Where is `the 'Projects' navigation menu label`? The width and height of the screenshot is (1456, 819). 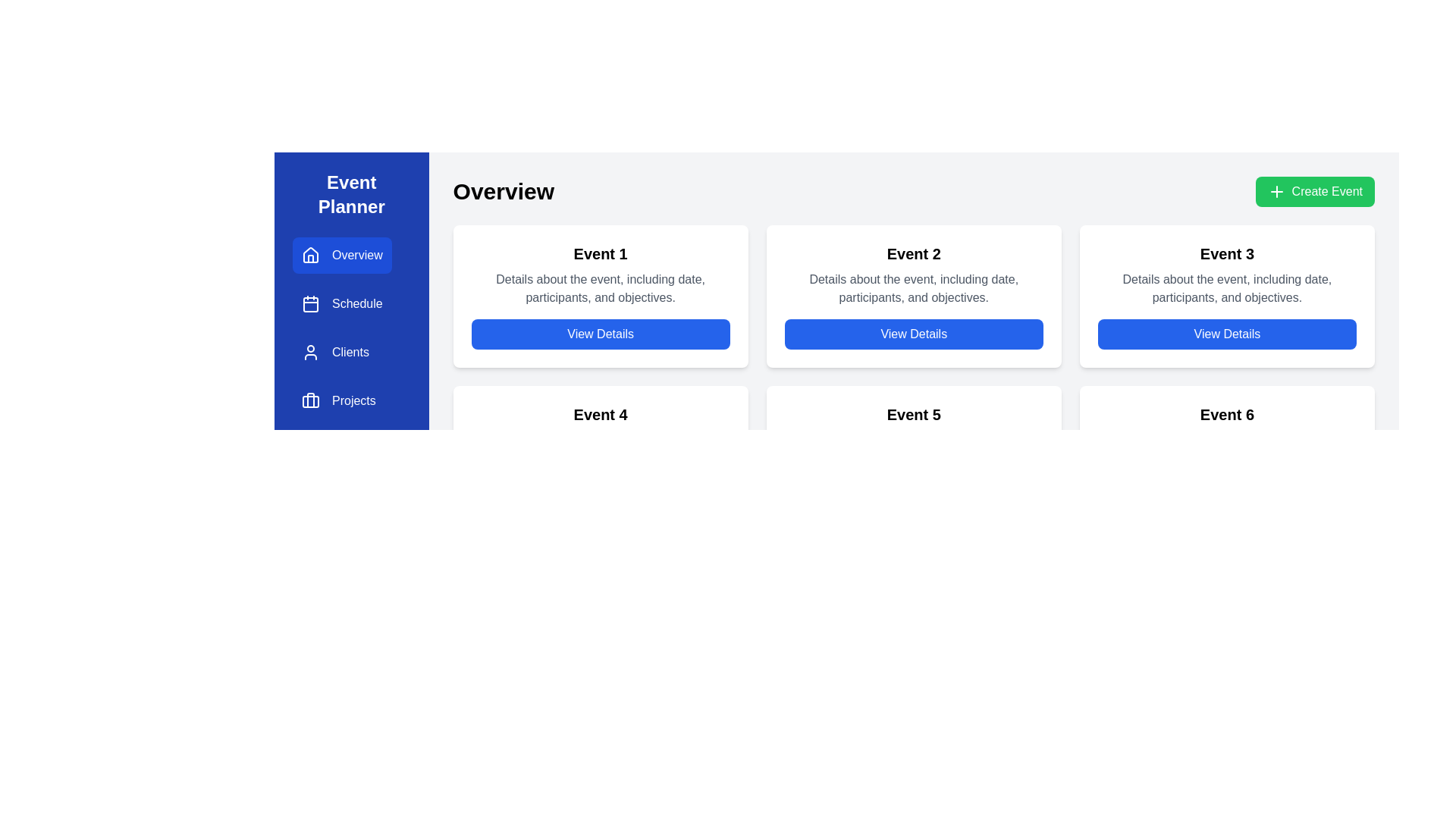
the 'Projects' navigation menu label is located at coordinates (353, 400).